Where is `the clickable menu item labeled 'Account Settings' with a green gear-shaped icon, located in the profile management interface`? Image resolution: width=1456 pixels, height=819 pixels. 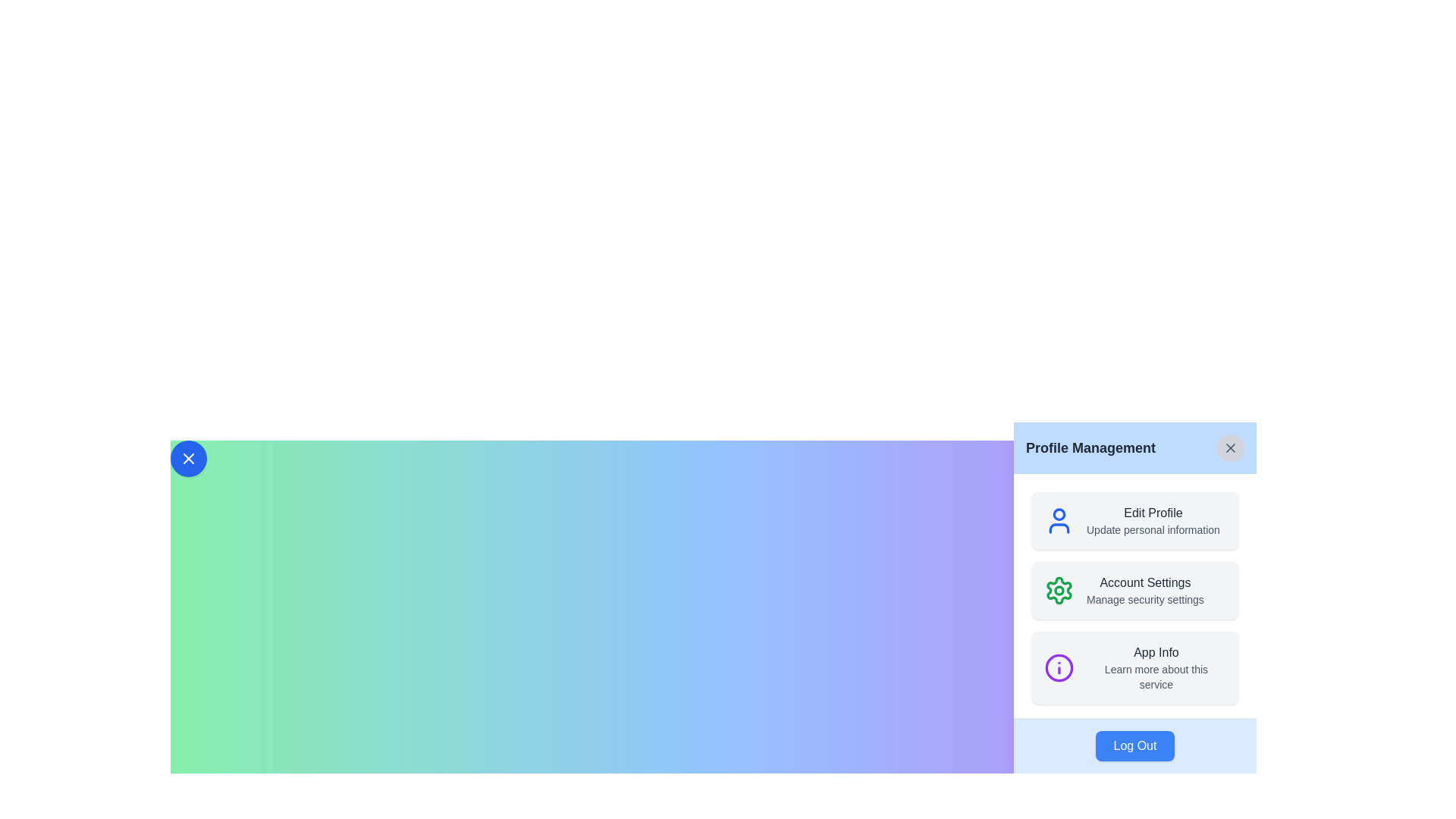
the clickable menu item labeled 'Account Settings' with a green gear-shaped icon, located in the profile management interface is located at coordinates (1135, 595).